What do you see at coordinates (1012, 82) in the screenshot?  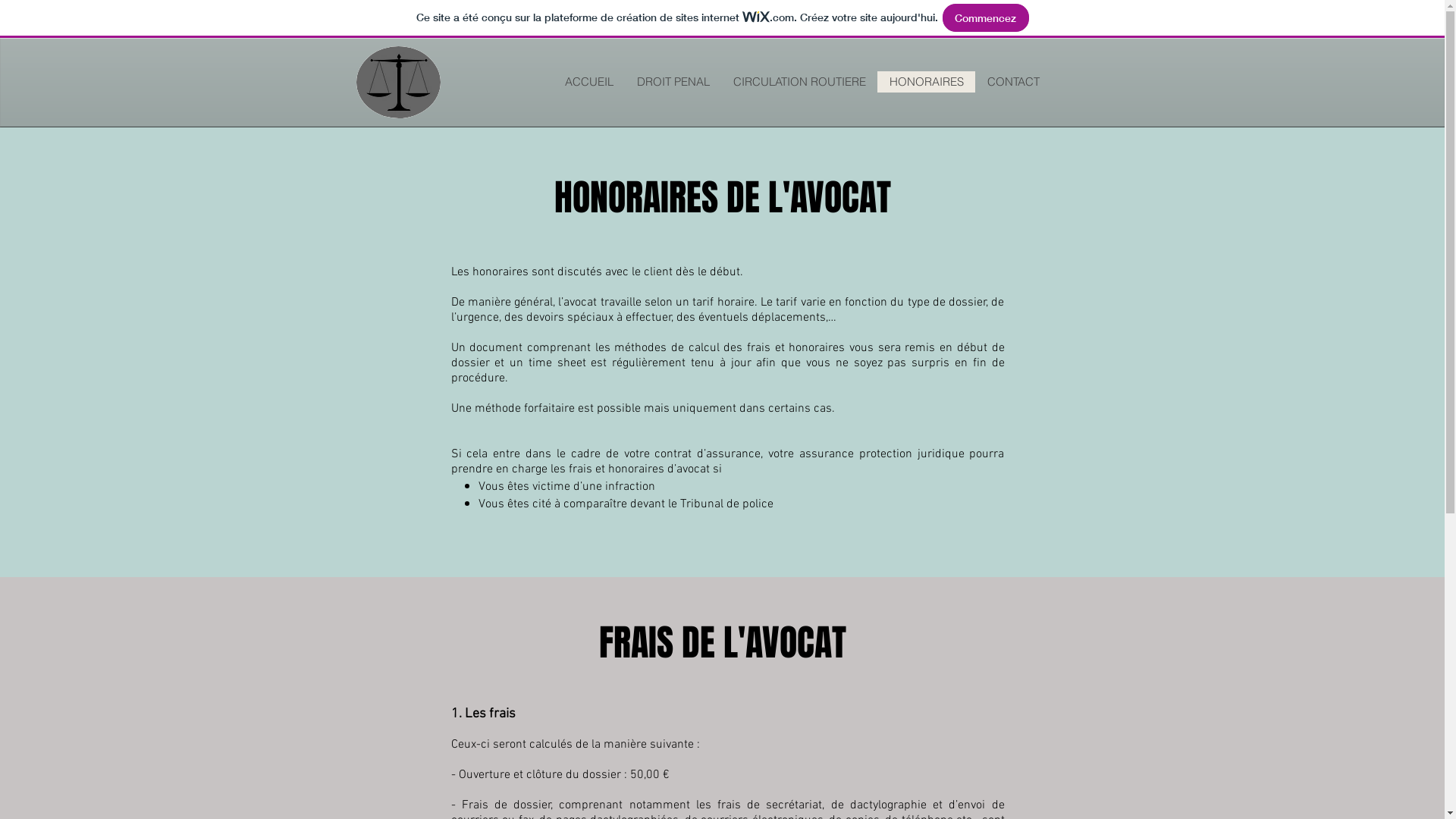 I see `'CONTACT'` at bounding box center [1012, 82].